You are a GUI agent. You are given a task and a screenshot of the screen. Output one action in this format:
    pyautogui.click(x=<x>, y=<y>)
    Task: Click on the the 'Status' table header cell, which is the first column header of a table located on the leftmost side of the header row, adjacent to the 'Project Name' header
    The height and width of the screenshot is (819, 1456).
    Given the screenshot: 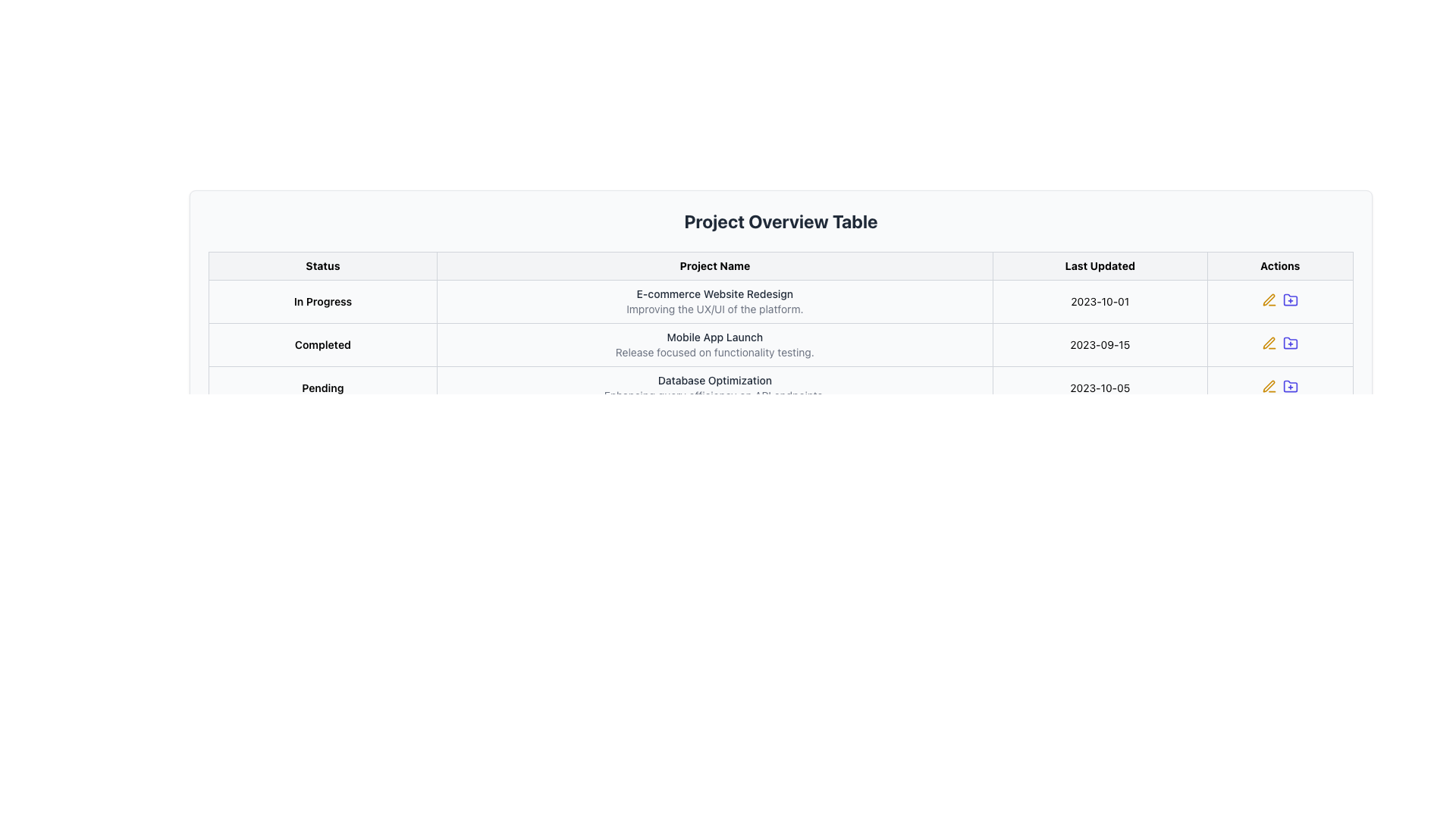 What is the action you would take?
    pyautogui.click(x=322, y=265)
    